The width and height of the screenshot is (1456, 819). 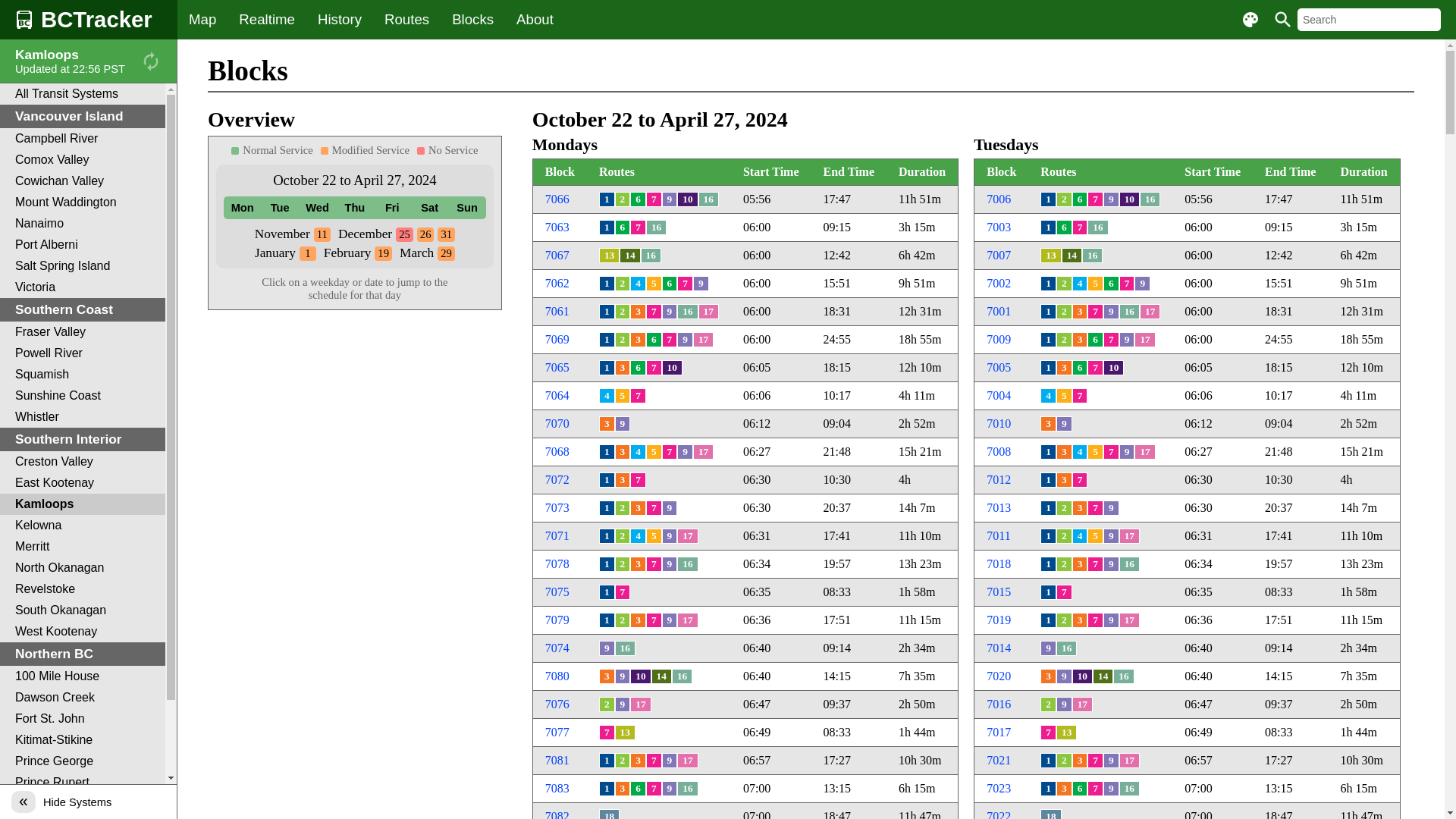 What do you see at coordinates (1040, 424) in the screenshot?
I see `'3'` at bounding box center [1040, 424].